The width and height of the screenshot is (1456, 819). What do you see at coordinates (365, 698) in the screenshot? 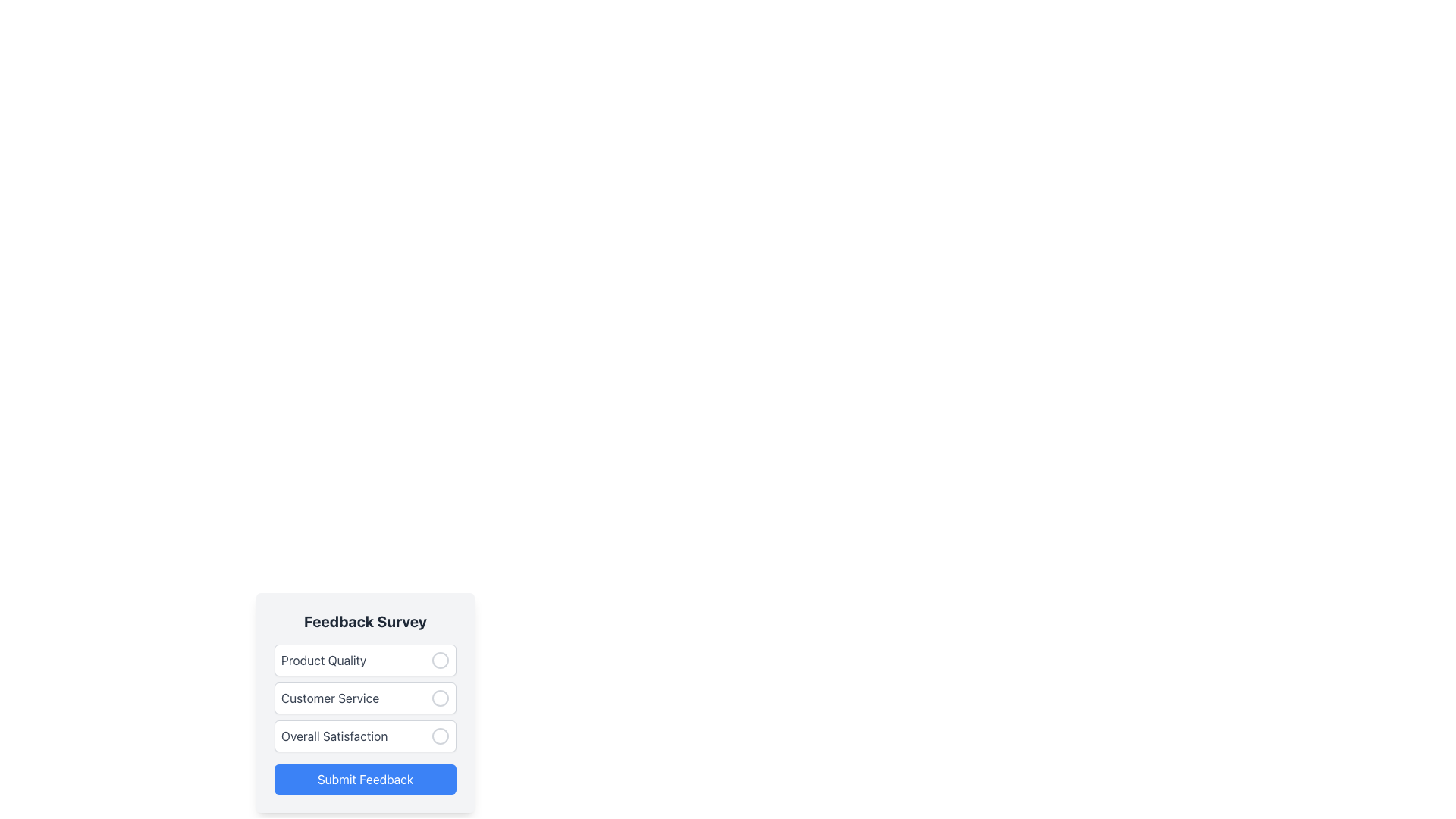
I see `the 'Customer Service' radio button option in the user feedback survey` at bounding box center [365, 698].